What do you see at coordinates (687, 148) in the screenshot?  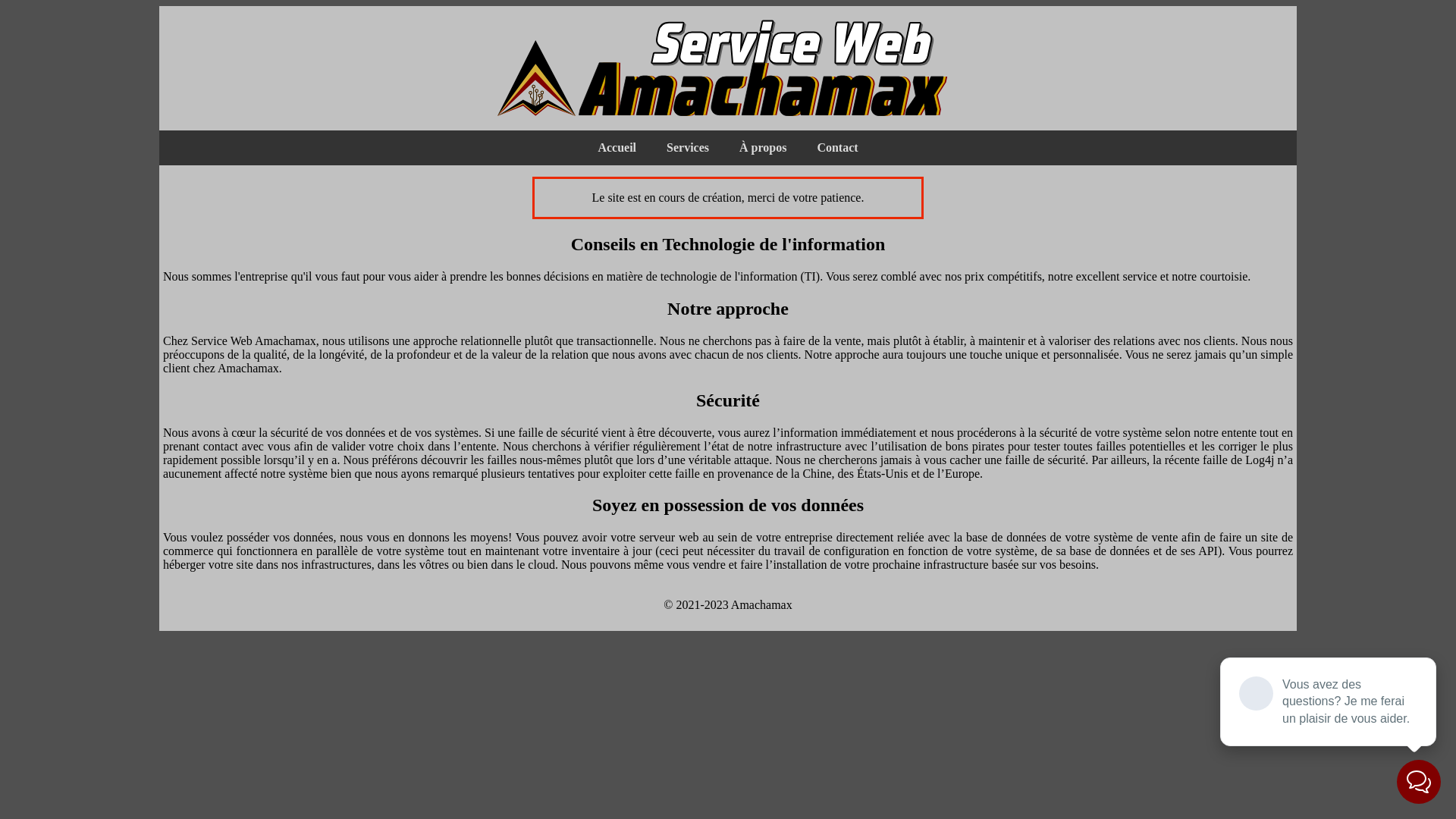 I see `'Services'` at bounding box center [687, 148].